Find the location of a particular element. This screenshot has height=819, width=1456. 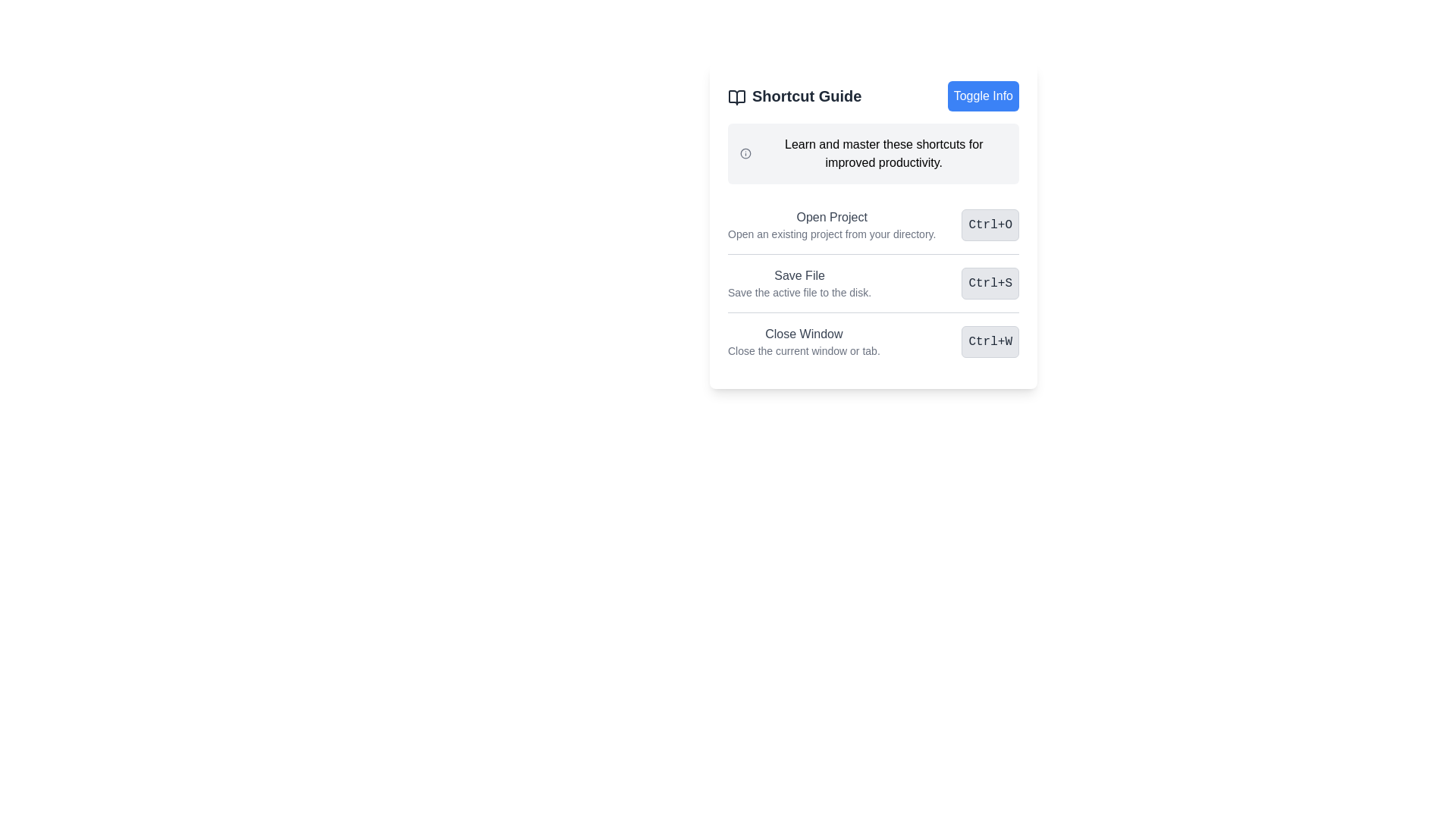

the text label displaying 'Save File' in gray color, located in the main content panel under 'Shortcut Guide', which is the second entry in the list of shortcut descriptions is located at coordinates (799, 275).